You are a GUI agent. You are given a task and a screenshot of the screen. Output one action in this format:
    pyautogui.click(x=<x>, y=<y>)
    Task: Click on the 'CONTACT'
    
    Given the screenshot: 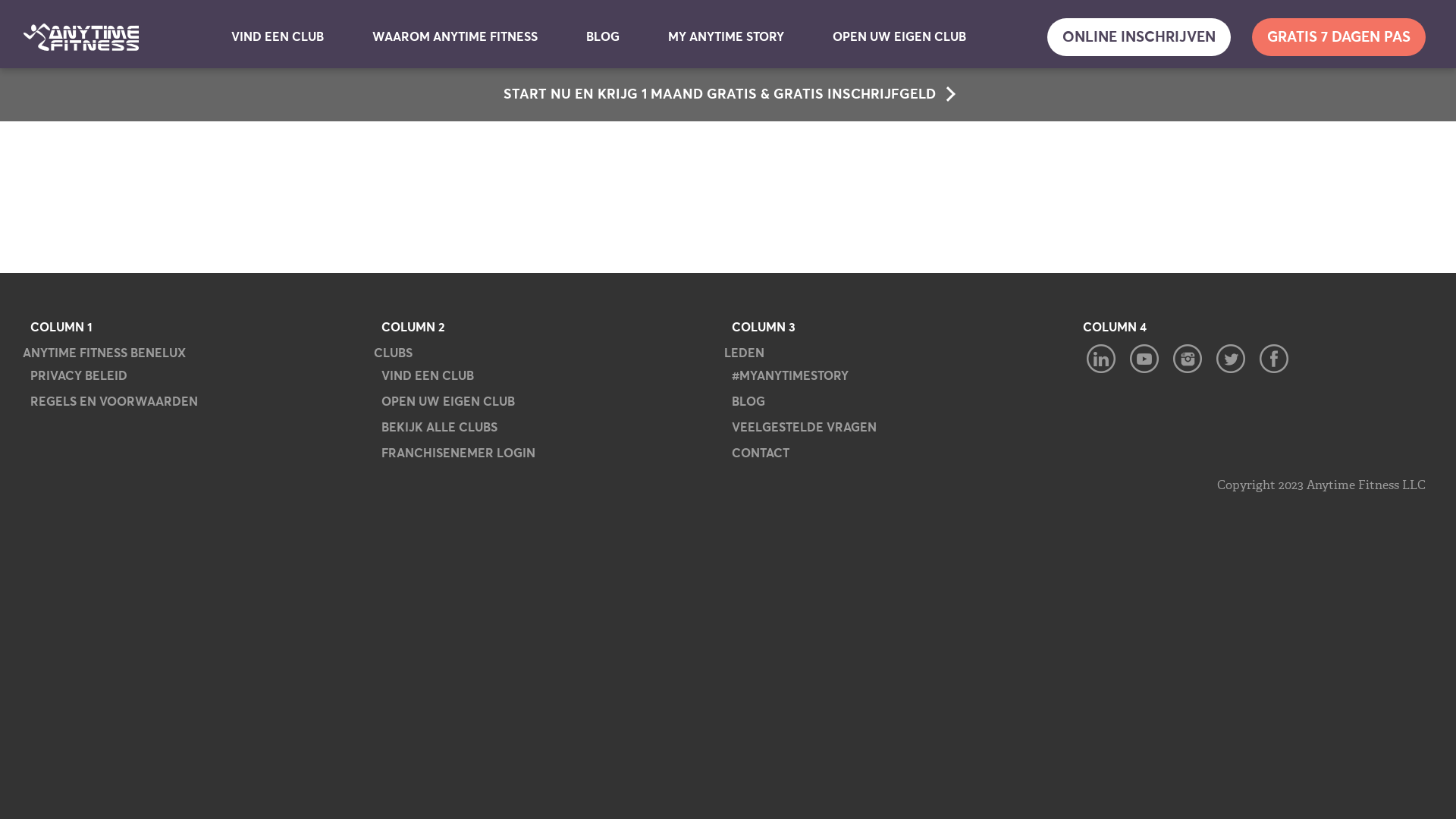 What is the action you would take?
    pyautogui.click(x=761, y=452)
    